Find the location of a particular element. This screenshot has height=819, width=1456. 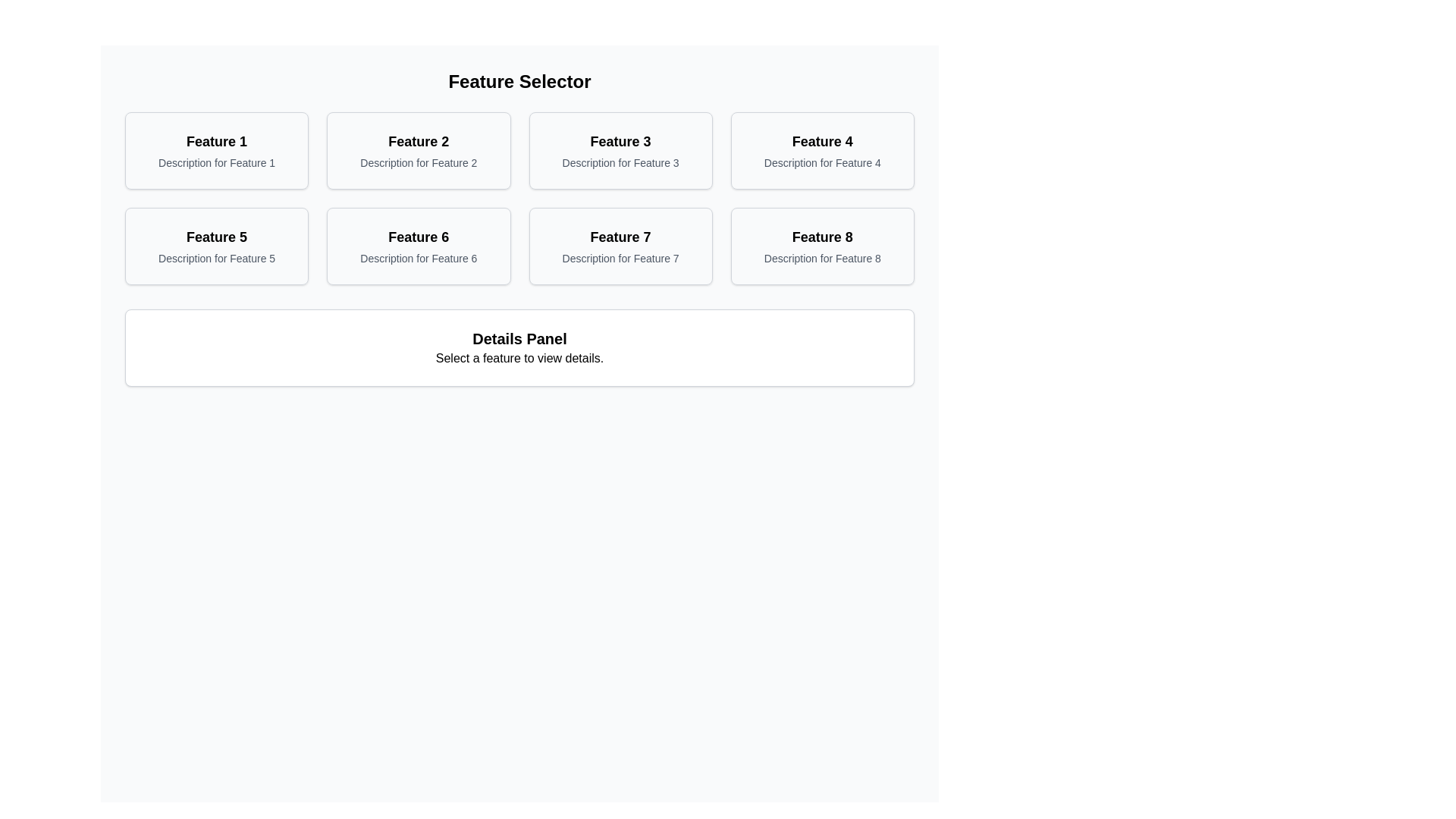

the Text label that identifies 'Feature 3' located at the top of the box labeled 'Feature 3 Description for Feature 3' is located at coordinates (620, 141).